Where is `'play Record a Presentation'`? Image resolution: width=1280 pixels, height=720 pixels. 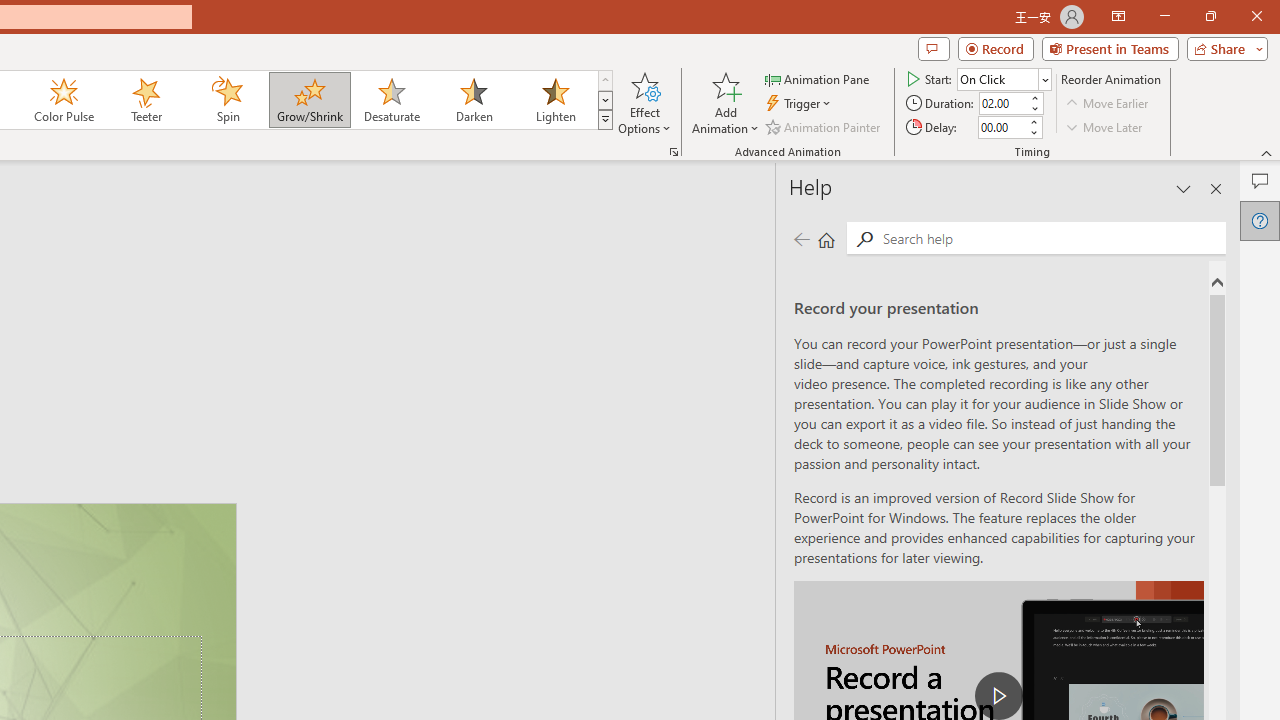 'play Record a Presentation' is located at coordinates (999, 694).